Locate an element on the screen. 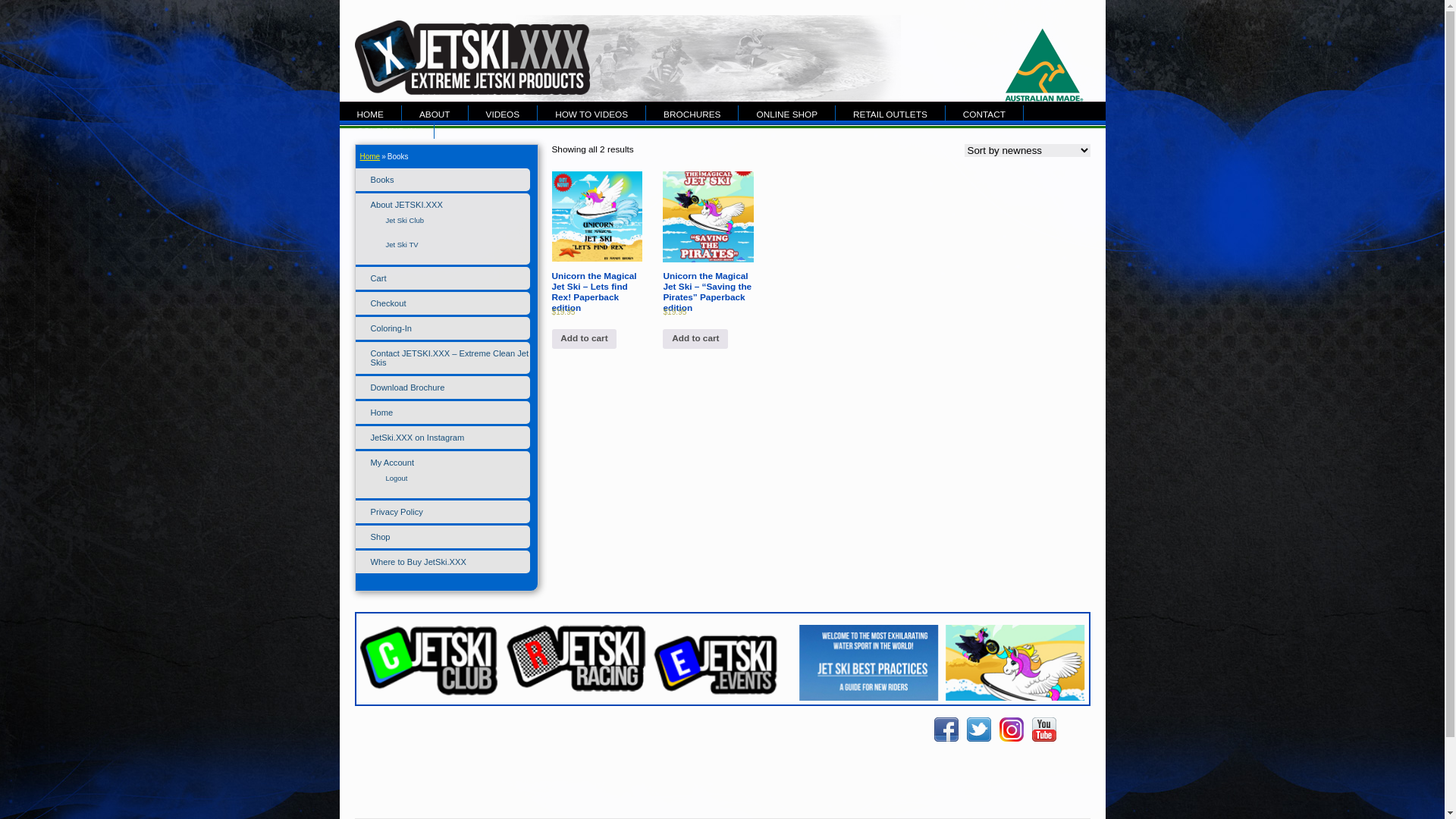 Image resolution: width=1456 pixels, height=819 pixels. 'JetSki.XXX on Instagram' is located at coordinates (417, 438).